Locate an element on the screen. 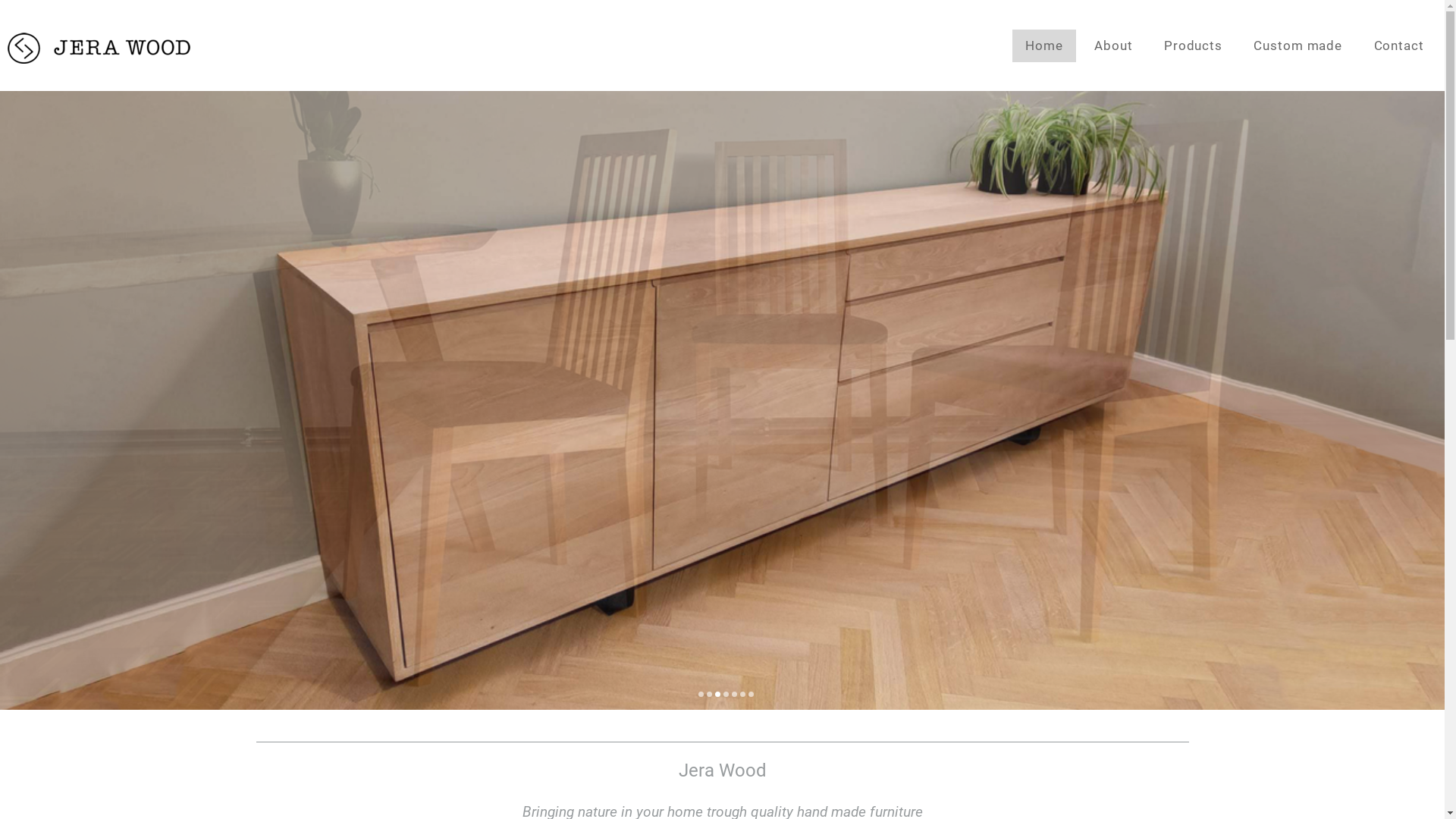 This screenshot has width=1456, height=819. 'Products' is located at coordinates (1193, 45).